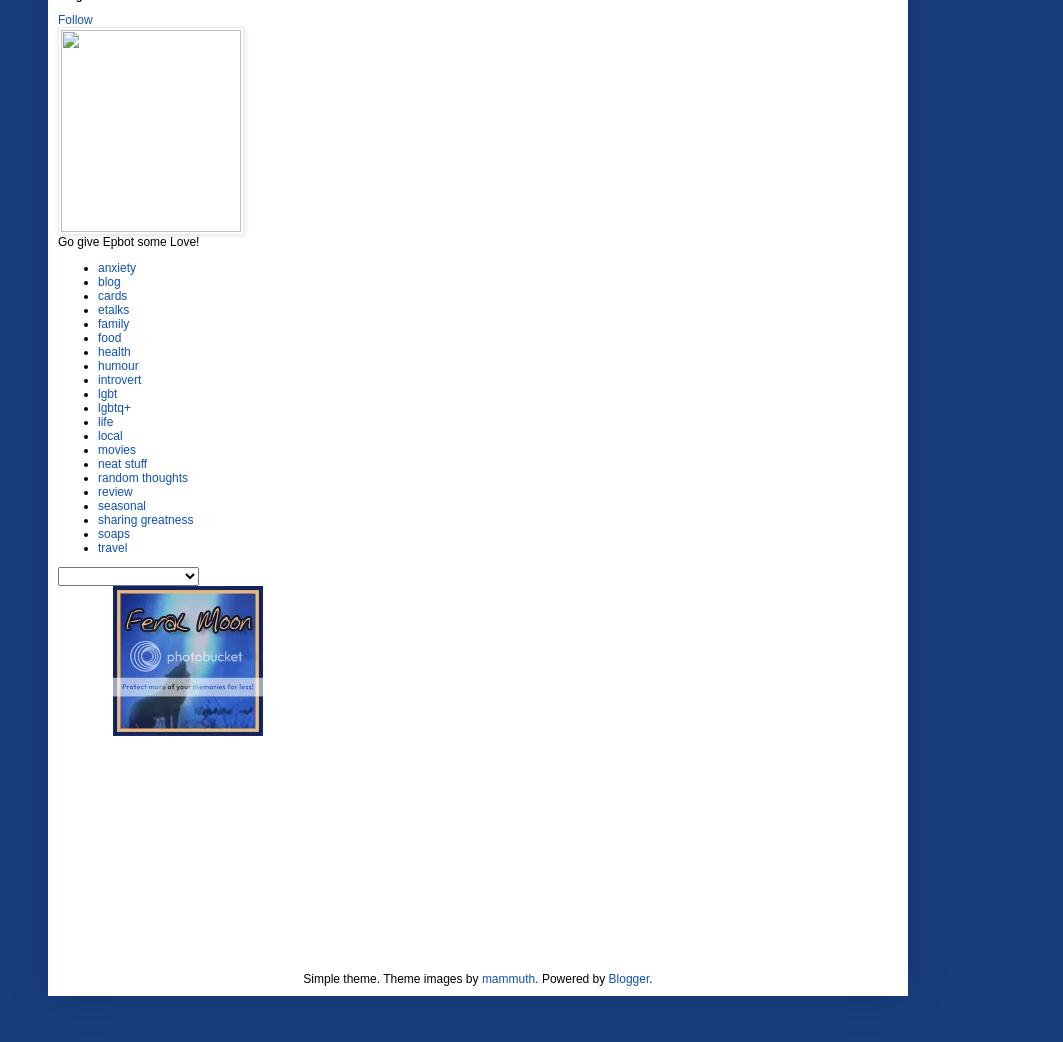  What do you see at coordinates (98, 519) in the screenshot?
I see `'sharing greatness'` at bounding box center [98, 519].